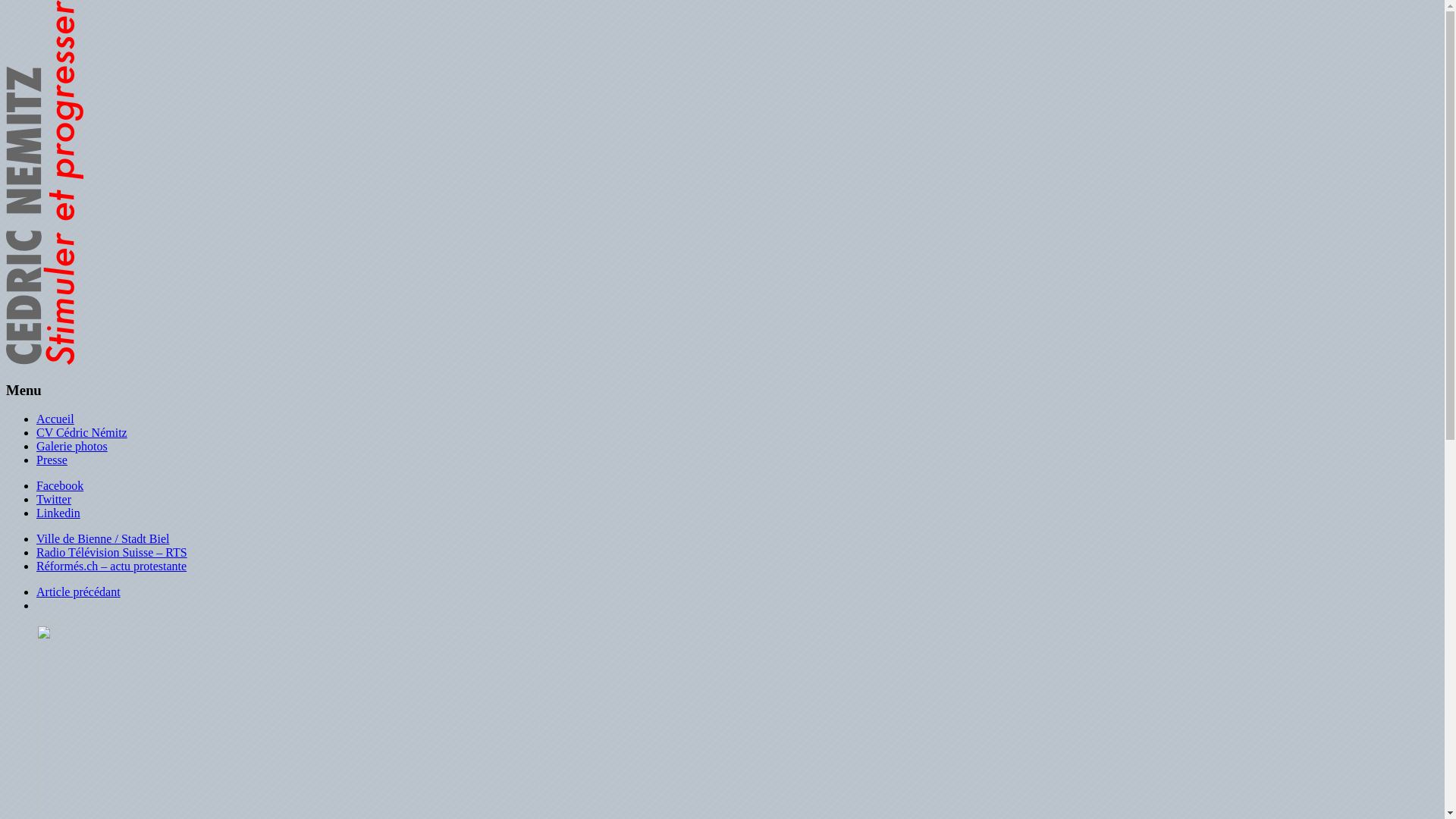  Describe the element at coordinates (54, 499) in the screenshot. I see `'Twitter'` at that location.